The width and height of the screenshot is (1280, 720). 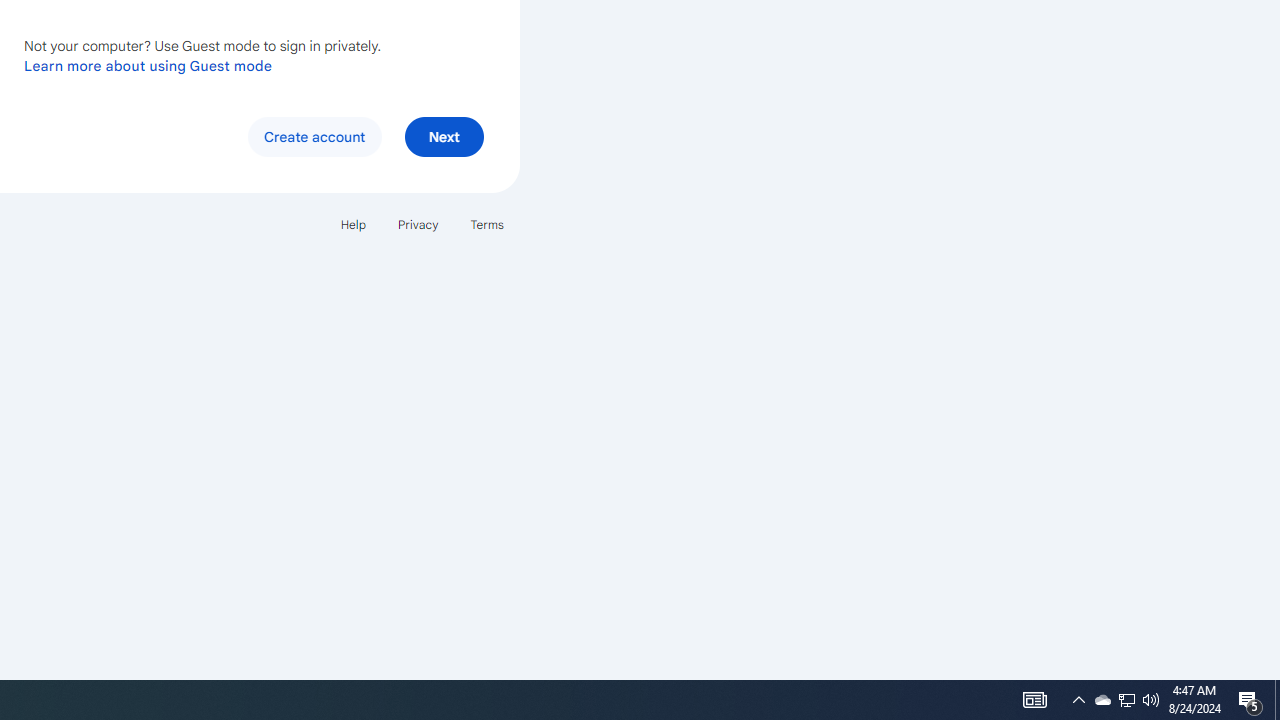 What do you see at coordinates (443, 135) in the screenshot?
I see `'Next'` at bounding box center [443, 135].